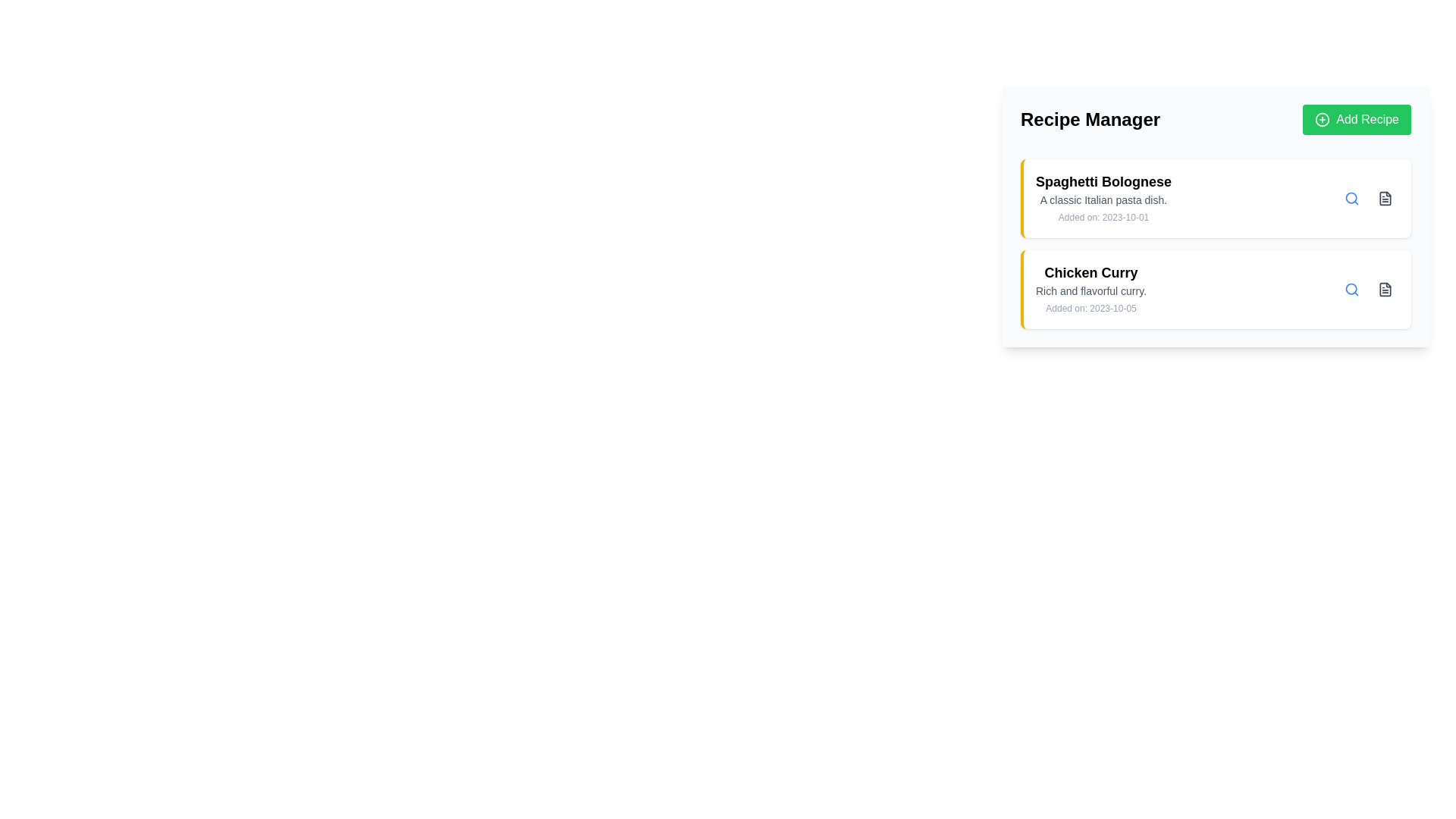 The height and width of the screenshot is (819, 1456). What do you see at coordinates (1090, 308) in the screenshot?
I see `the Text label displaying the date of when the recipe was added, located at the bottom-right section of the card, after the title 'Chicken Curry' and the description text 'Rich and flavorful curry.'` at bounding box center [1090, 308].